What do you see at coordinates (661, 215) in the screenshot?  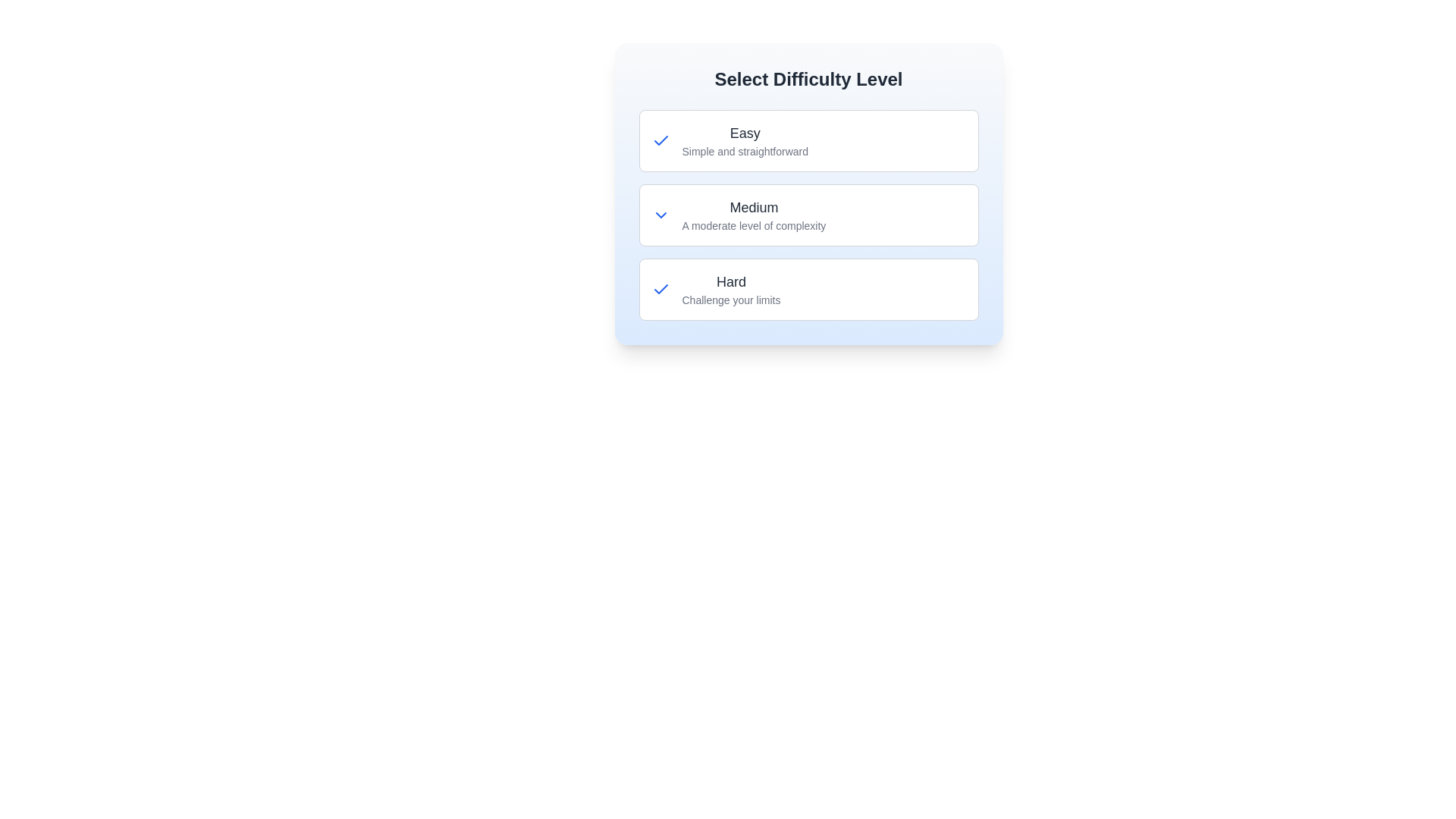 I see `the blue downward-pointing chevron icon aligned with the text 'Medium A moderate level of complexity' in the 'Medium' difficulty level section` at bounding box center [661, 215].